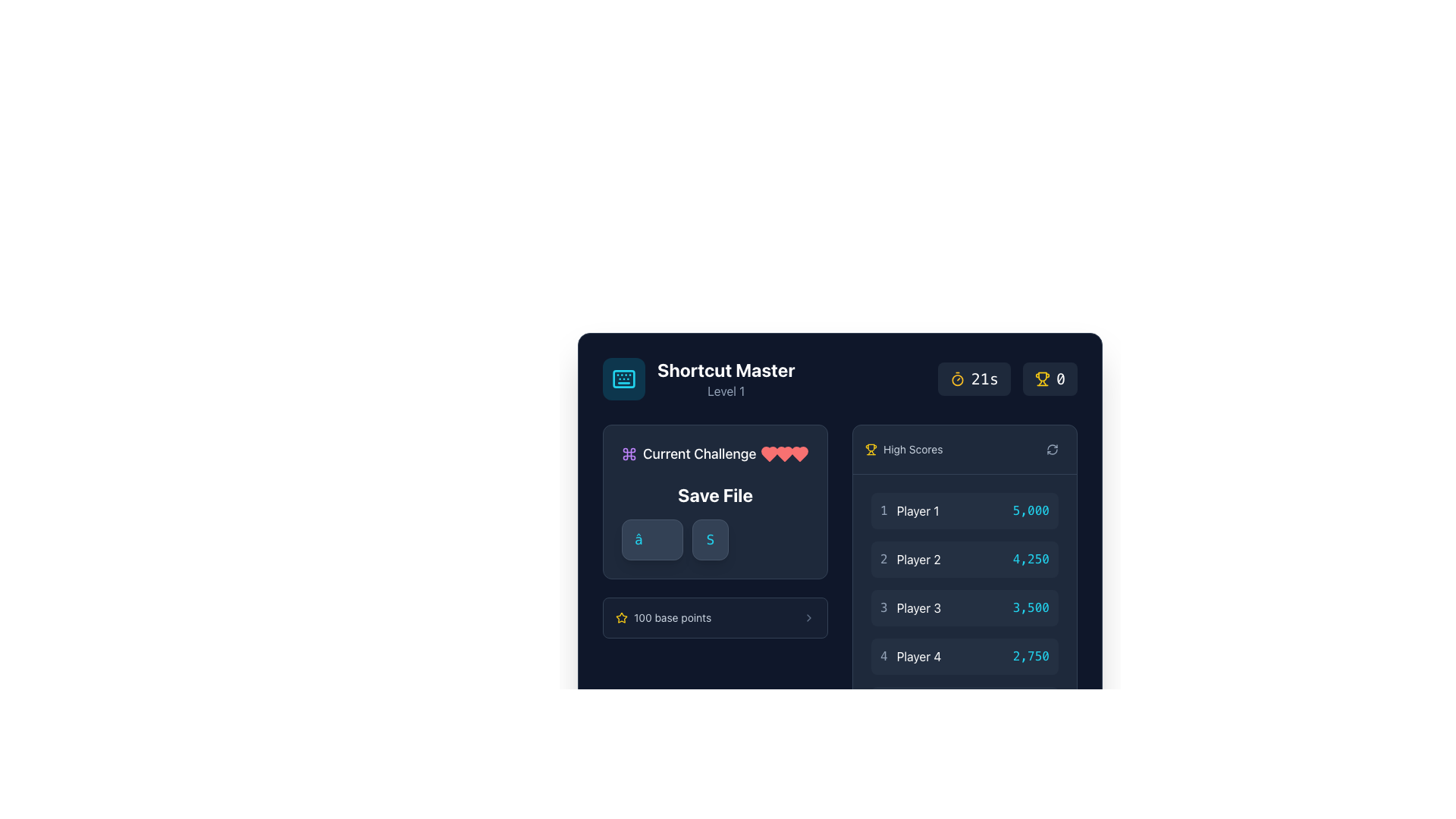 The height and width of the screenshot is (819, 1456). I want to click on the static text element displaying the score for 'Player 4' in the leaderboard, located in the bottom-most row of the 'High Scores' panel, so click(1031, 656).